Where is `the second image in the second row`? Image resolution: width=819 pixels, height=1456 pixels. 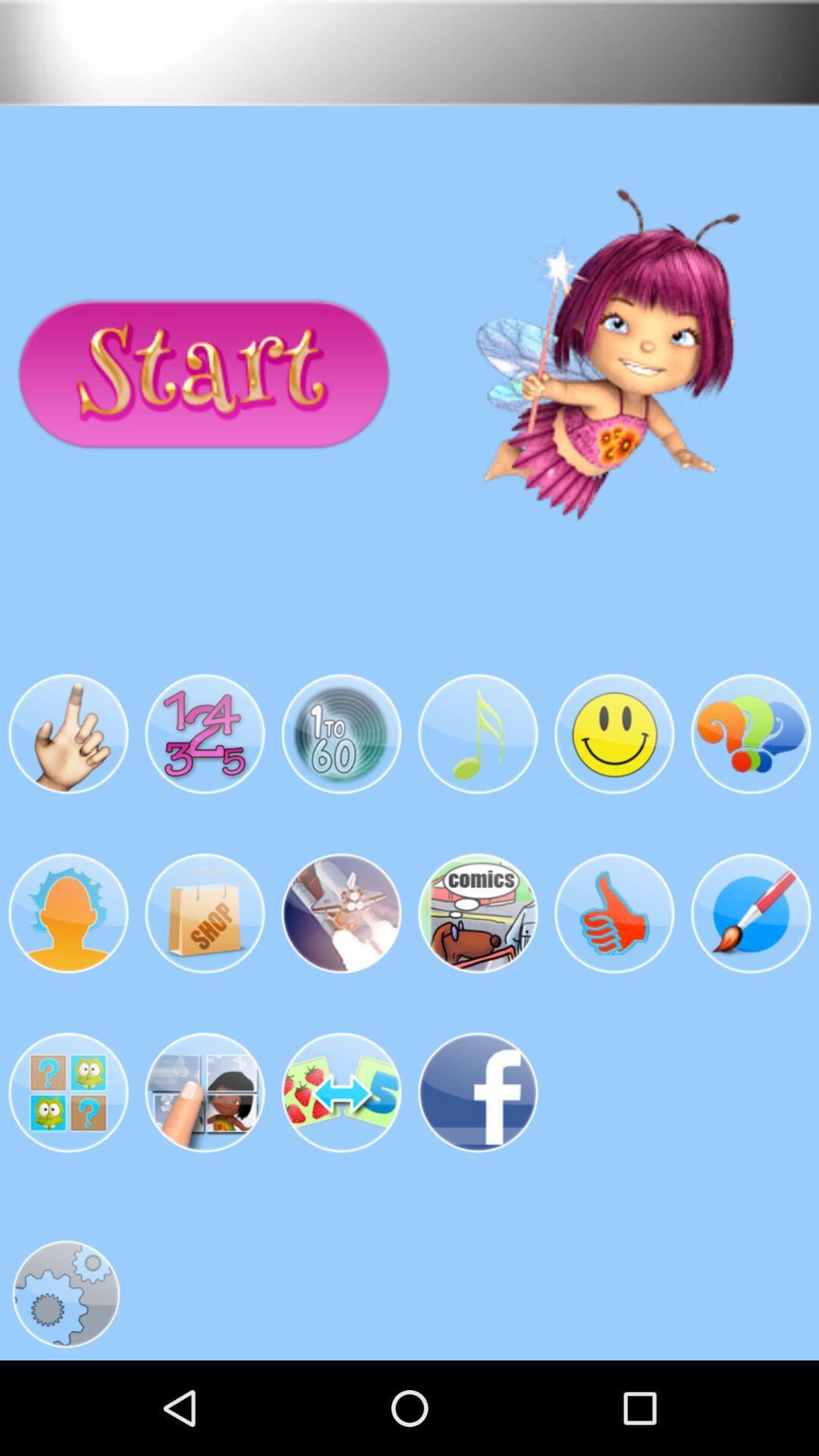
the second image in the second row is located at coordinates (205, 912).